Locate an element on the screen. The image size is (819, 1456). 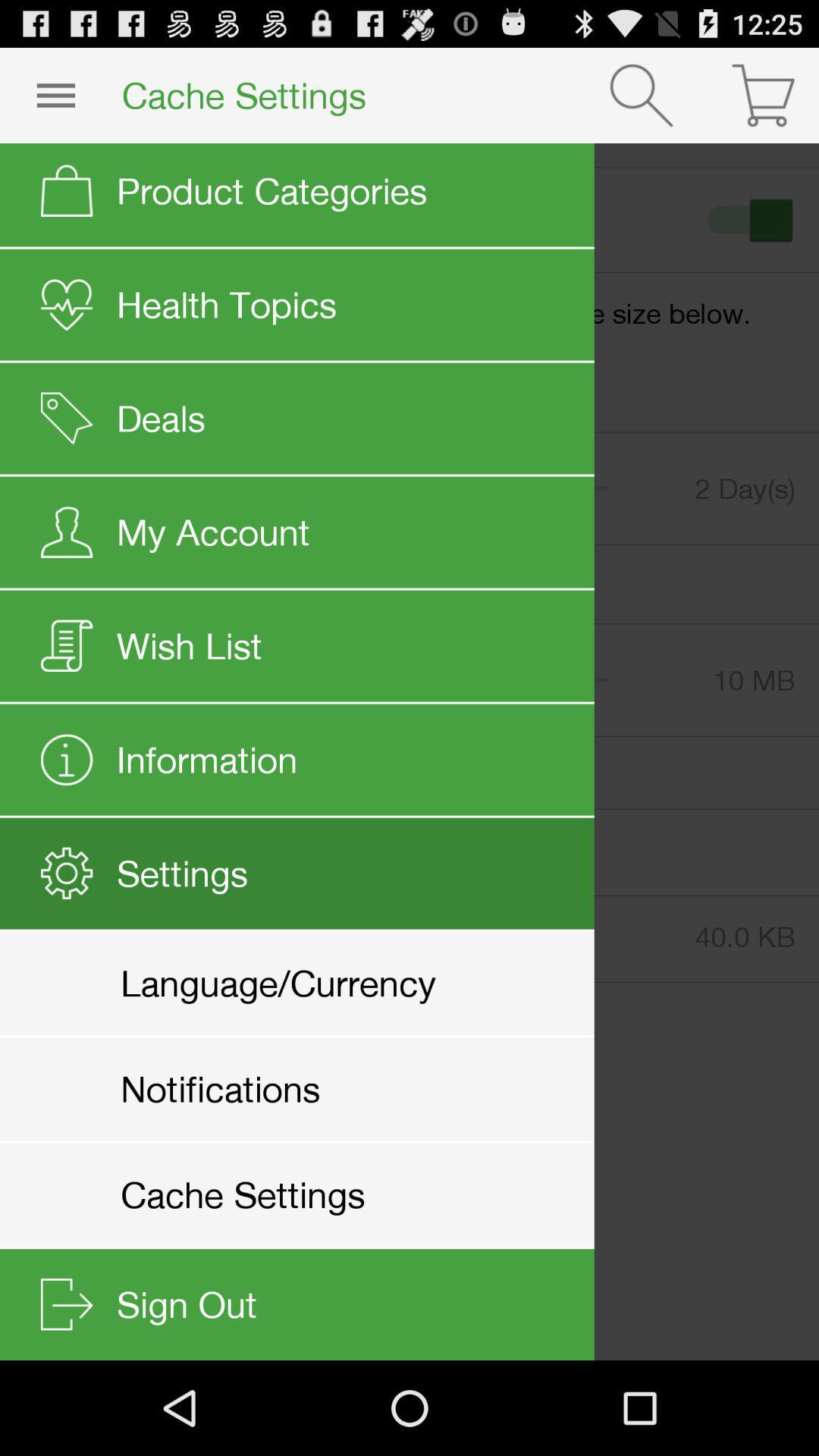
the menu icon is located at coordinates (55, 101).